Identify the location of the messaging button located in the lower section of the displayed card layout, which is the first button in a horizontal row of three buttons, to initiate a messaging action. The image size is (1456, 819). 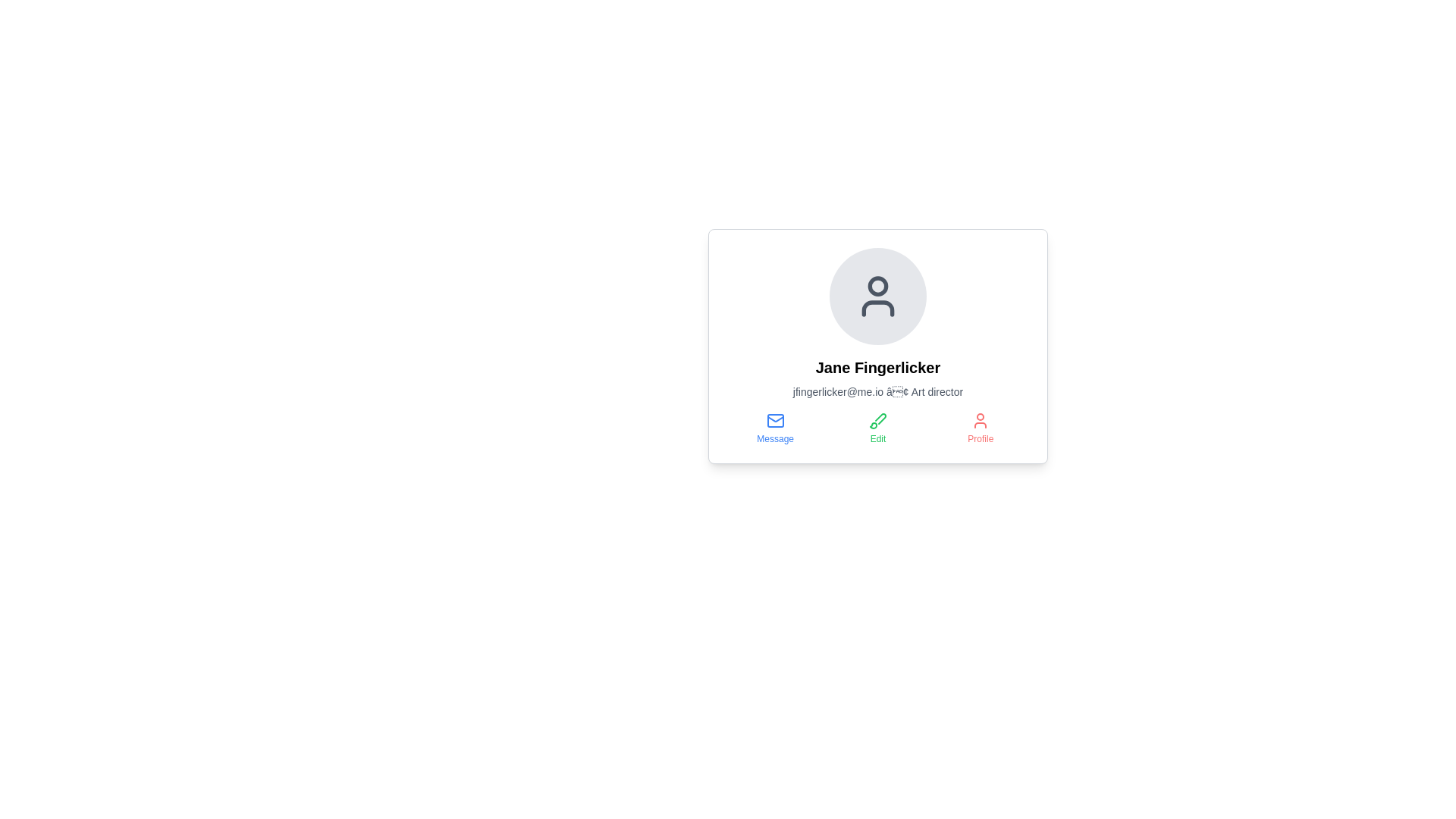
(775, 428).